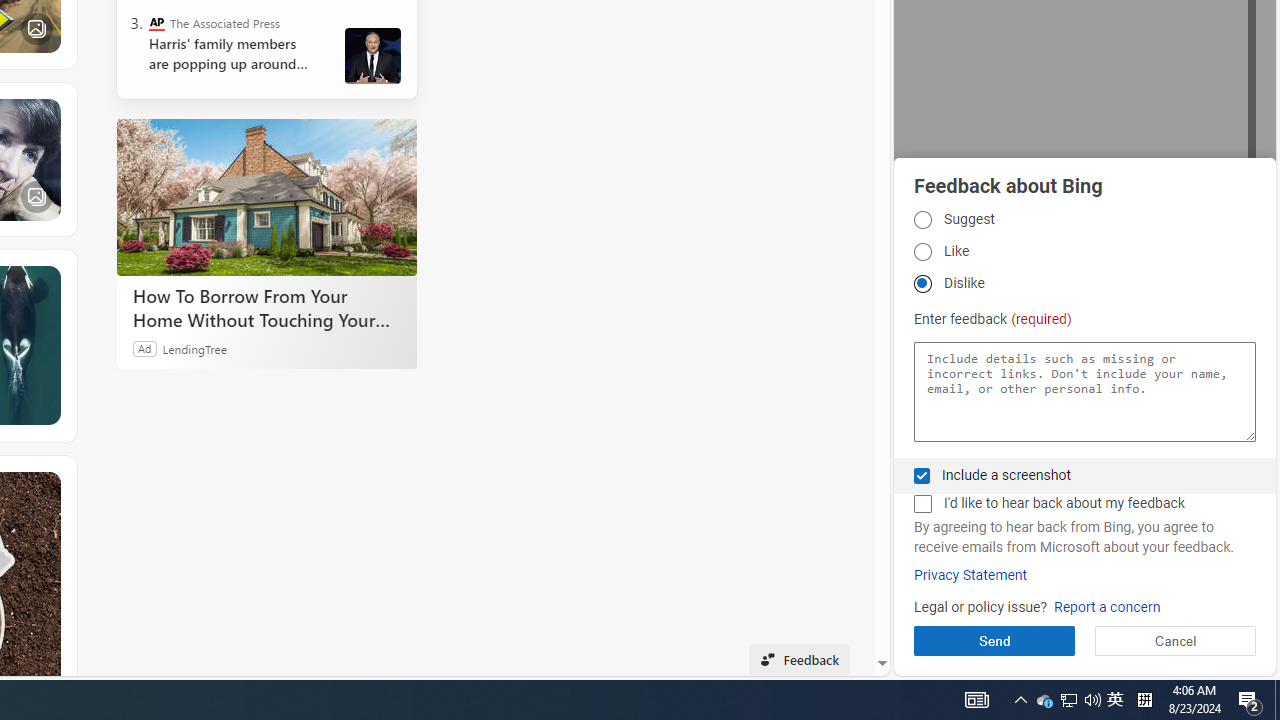  What do you see at coordinates (1106, 606) in the screenshot?
I see `'Report a concern'` at bounding box center [1106, 606].